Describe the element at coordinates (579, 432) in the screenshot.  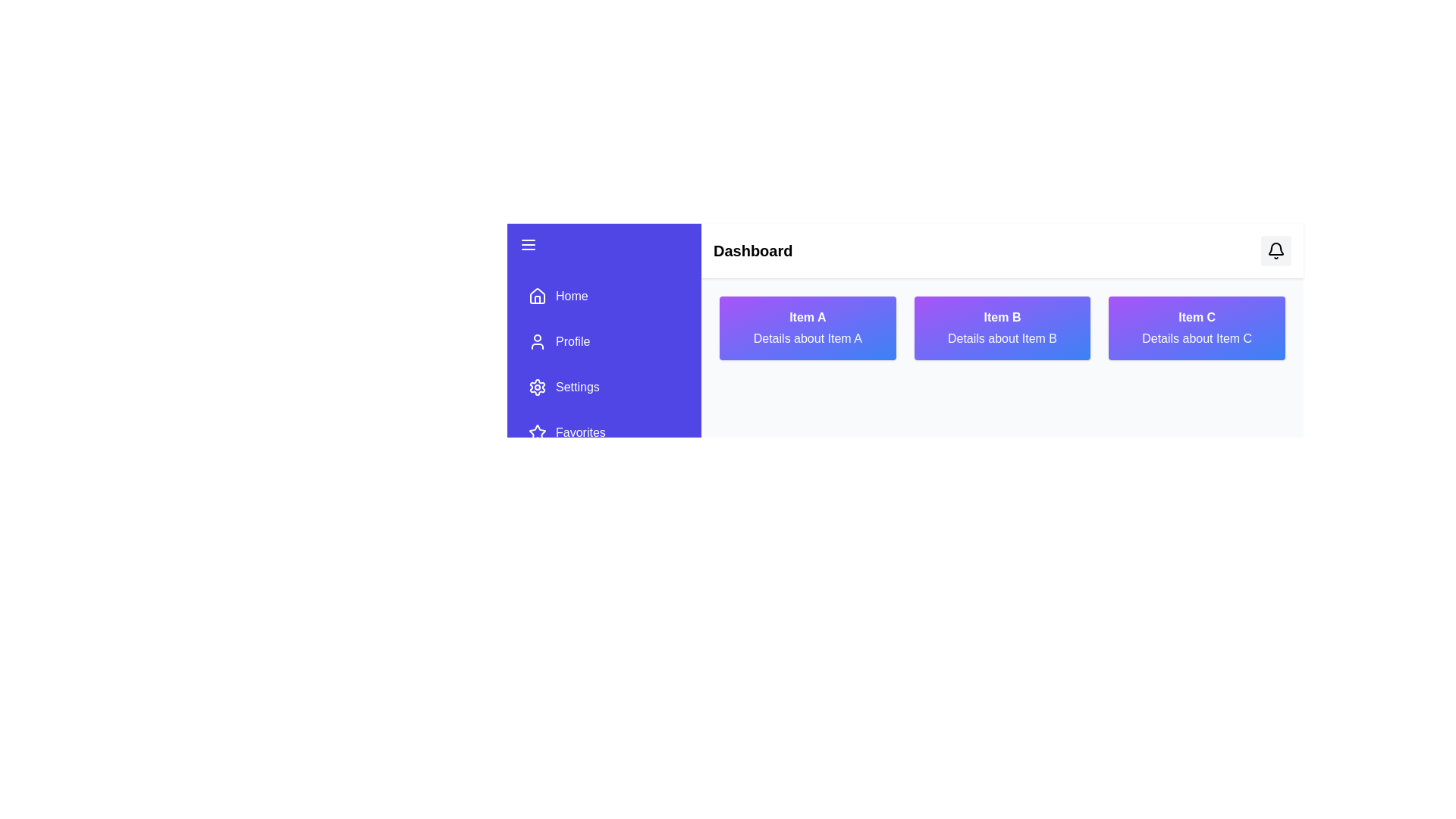
I see `text displayed on the Favorites label in the sidebar menu, which is the last entry in the vertical list of options and aligned with a star-shaped icon` at that location.